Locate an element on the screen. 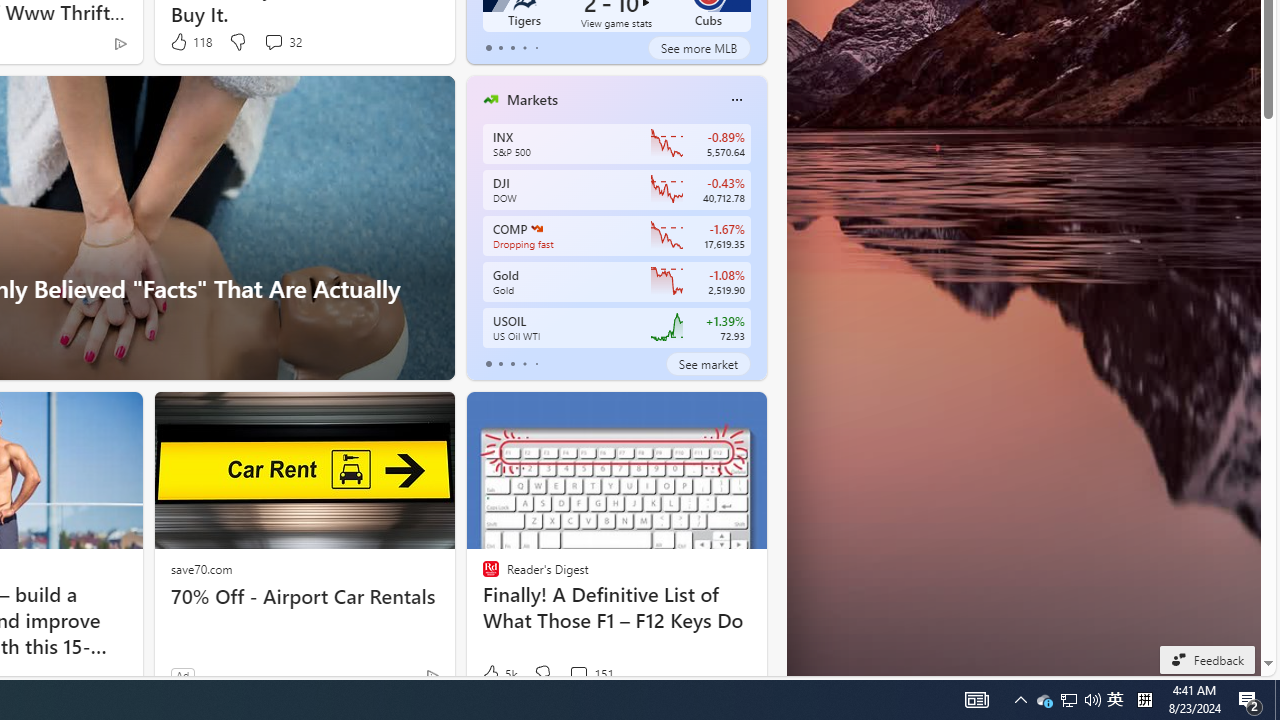 The width and height of the screenshot is (1280, 720). '5k Like' is located at coordinates (498, 674).